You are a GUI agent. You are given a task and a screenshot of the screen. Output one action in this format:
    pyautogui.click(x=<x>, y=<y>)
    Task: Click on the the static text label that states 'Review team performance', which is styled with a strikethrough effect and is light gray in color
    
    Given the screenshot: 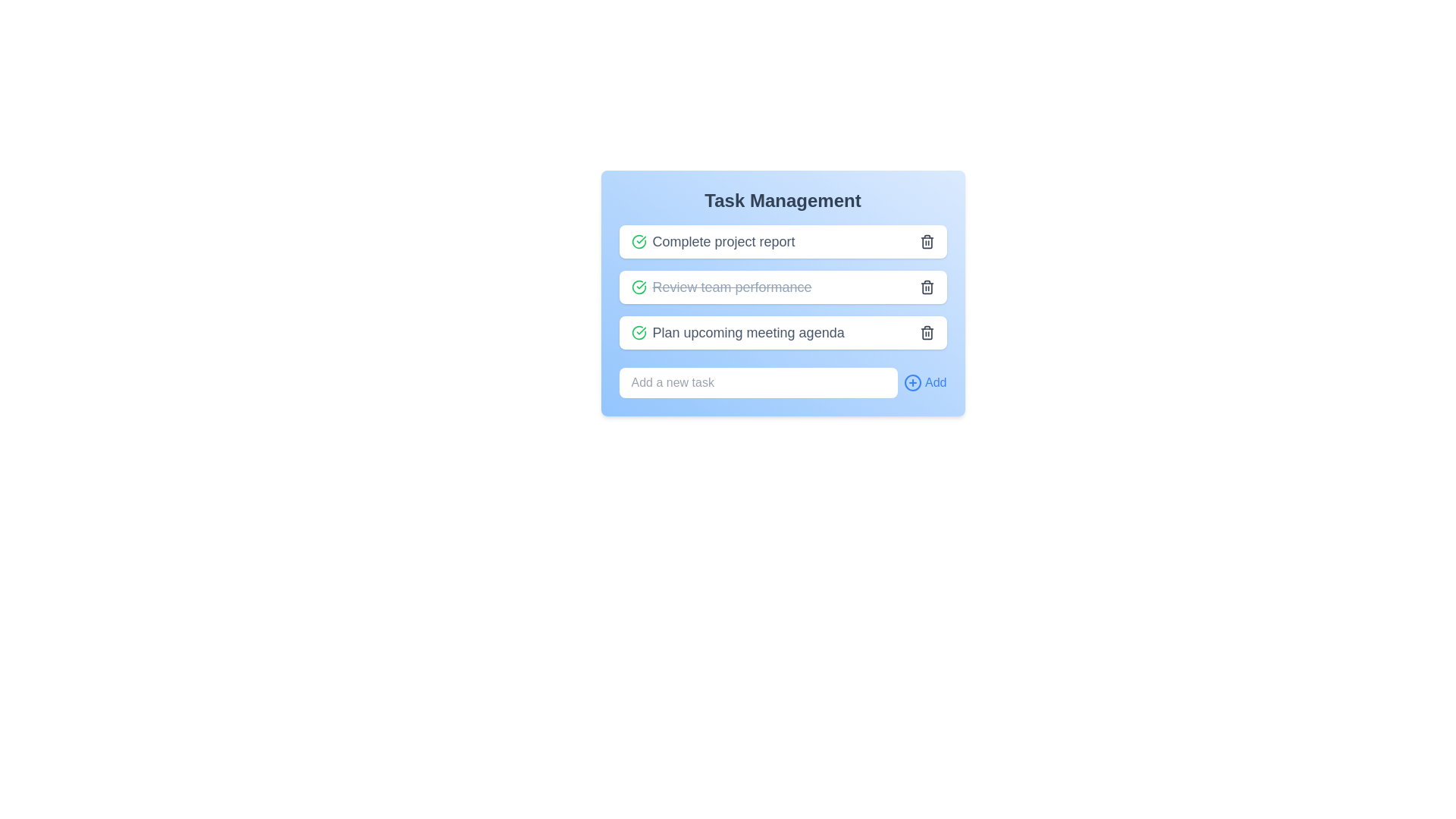 What is the action you would take?
    pyautogui.click(x=732, y=287)
    